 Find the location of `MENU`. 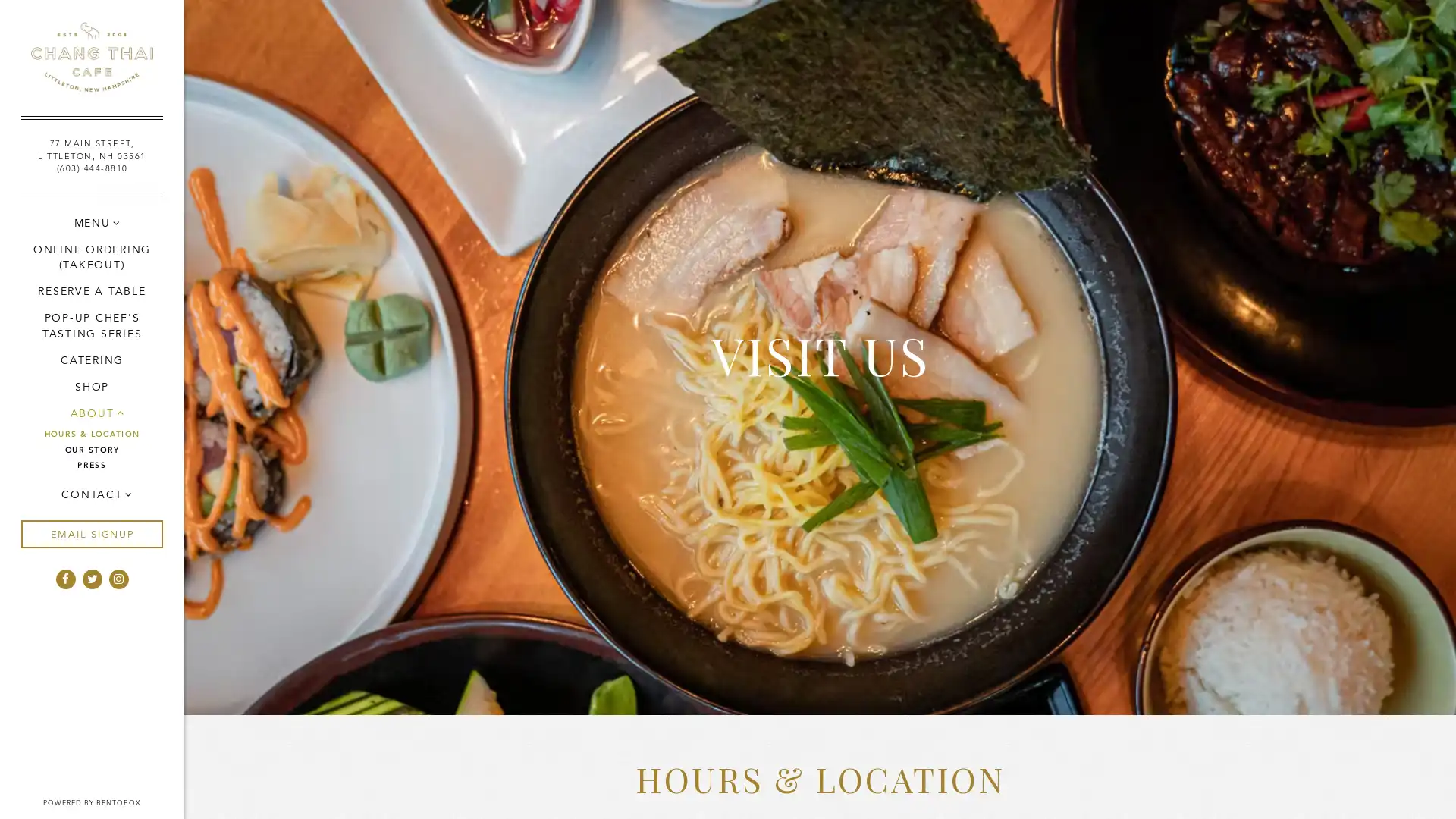

MENU is located at coordinates (90, 222).